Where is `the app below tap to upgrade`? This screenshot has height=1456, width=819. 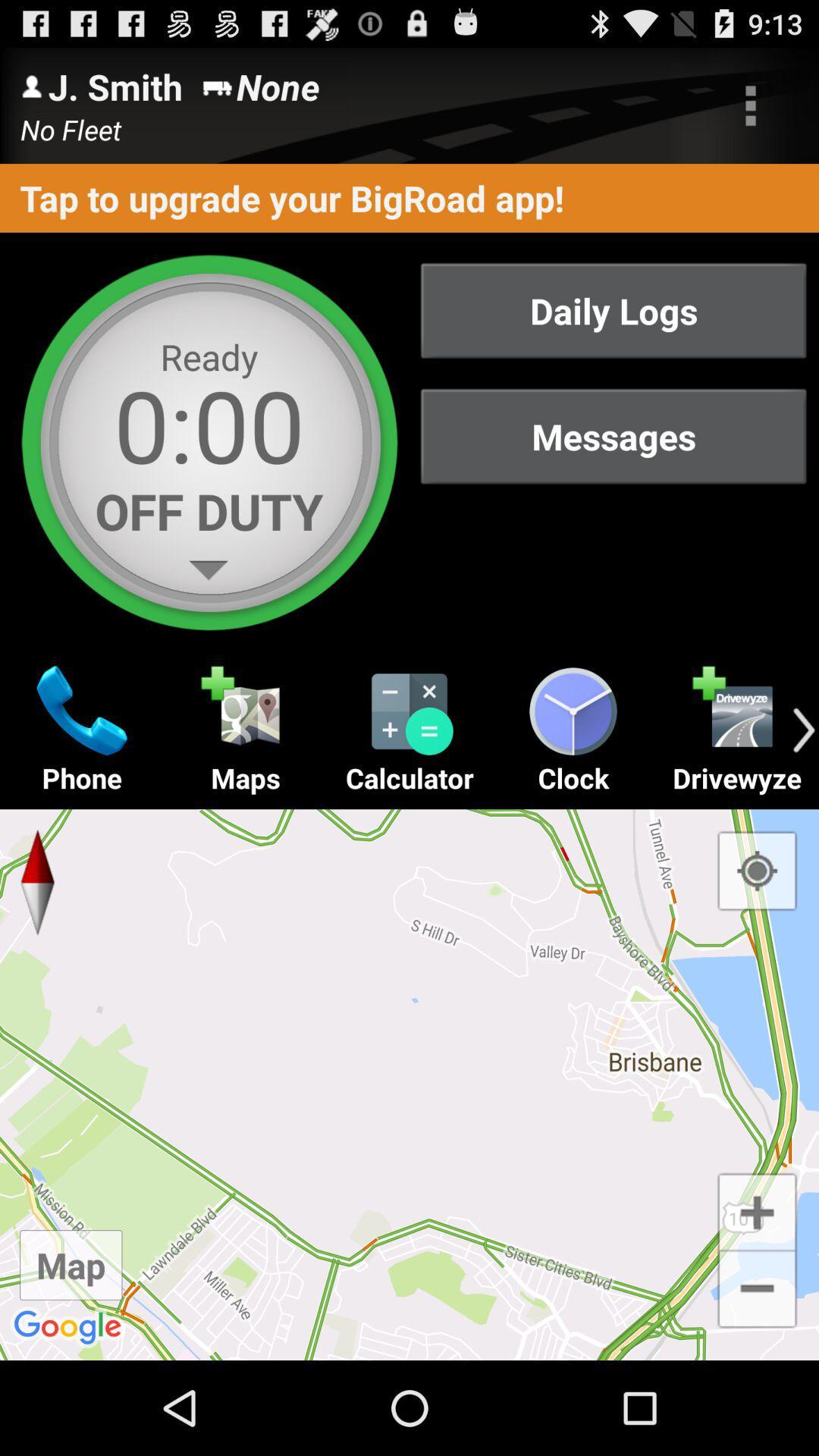
the app below tap to upgrade is located at coordinates (613, 309).